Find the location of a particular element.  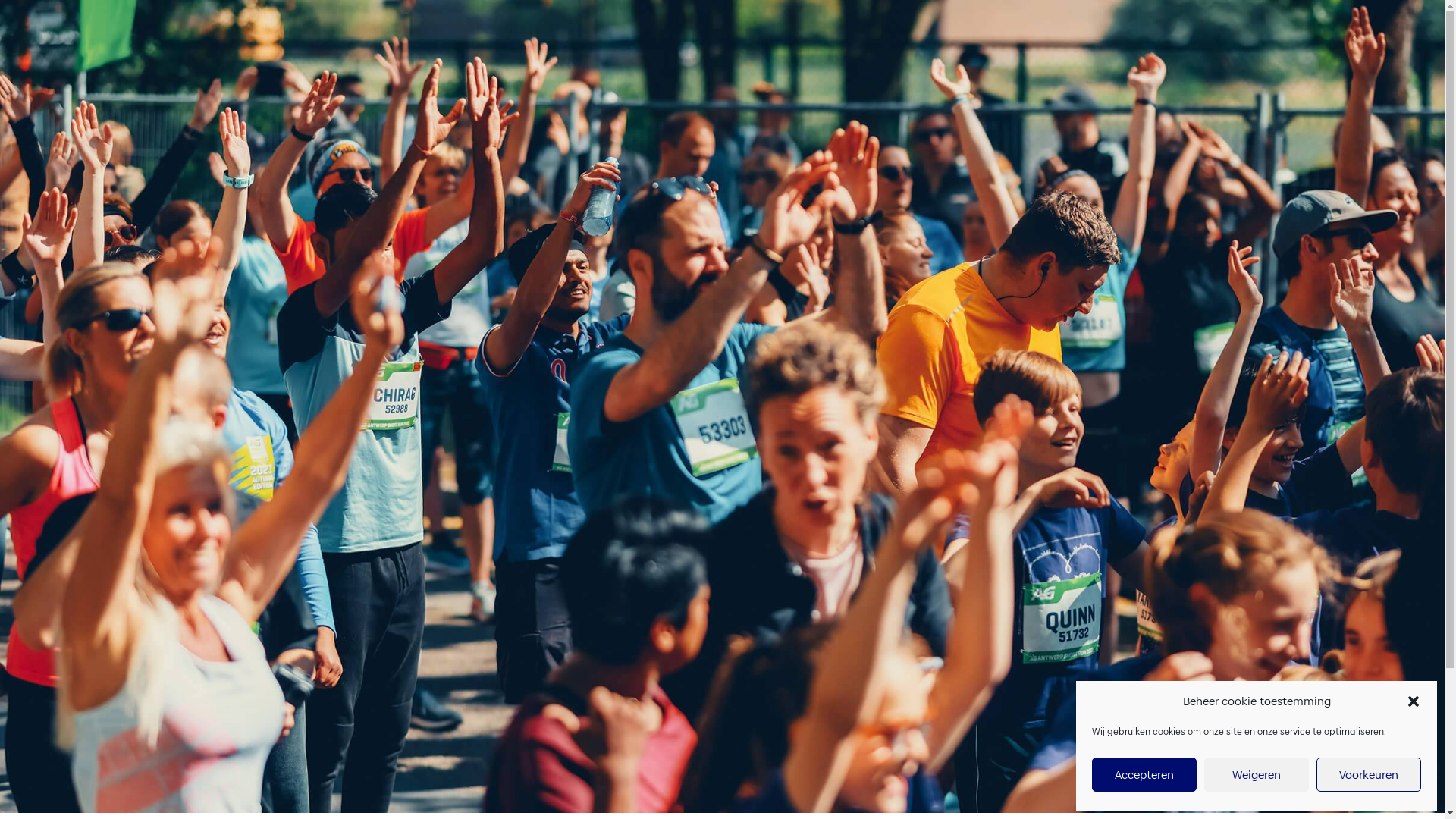

'Accepteren' is located at coordinates (1144, 774).